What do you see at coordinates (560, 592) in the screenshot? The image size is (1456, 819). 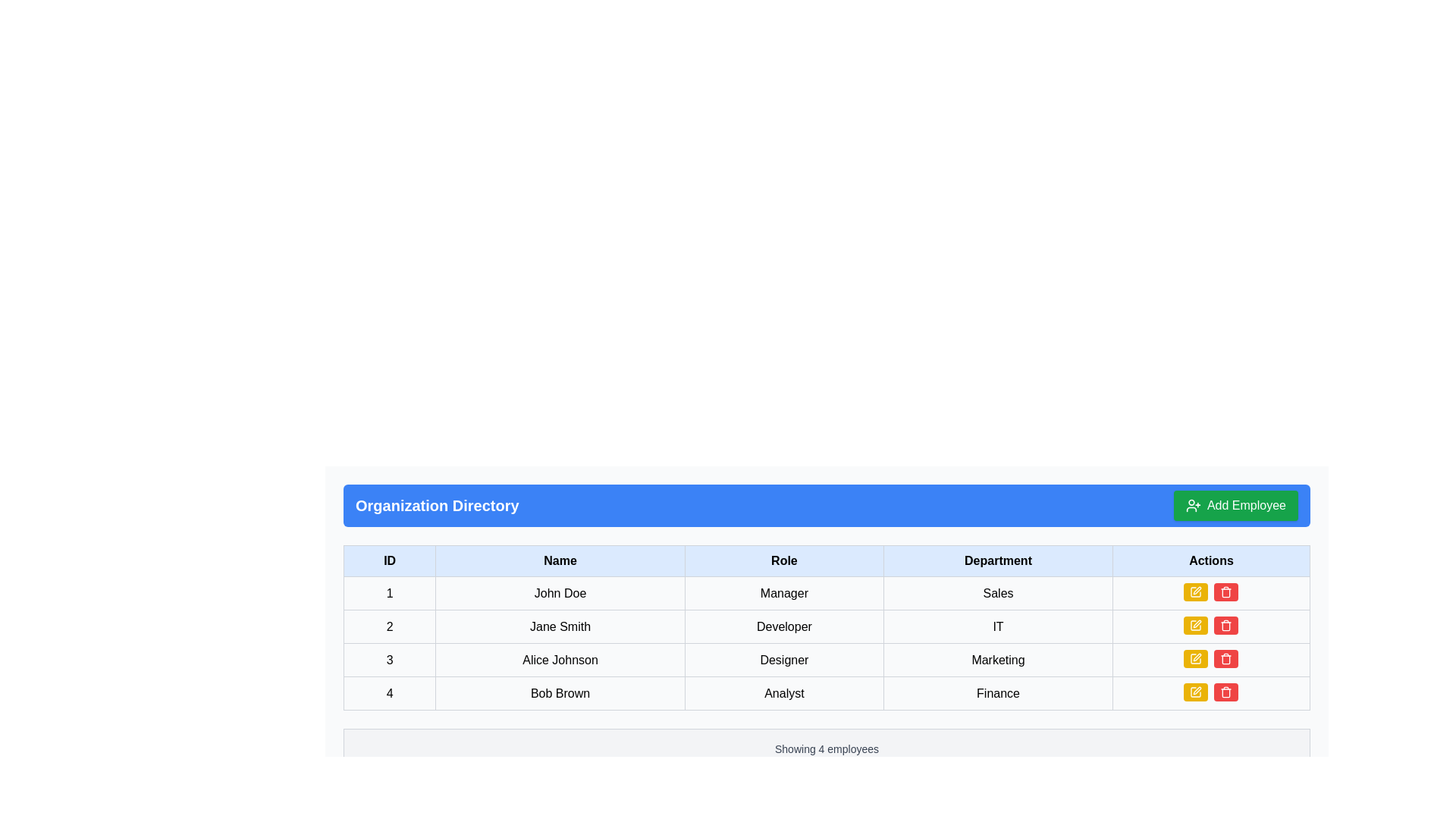 I see `the text label displaying 'John Doe' in the second column of the first row of the table` at bounding box center [560, 592].